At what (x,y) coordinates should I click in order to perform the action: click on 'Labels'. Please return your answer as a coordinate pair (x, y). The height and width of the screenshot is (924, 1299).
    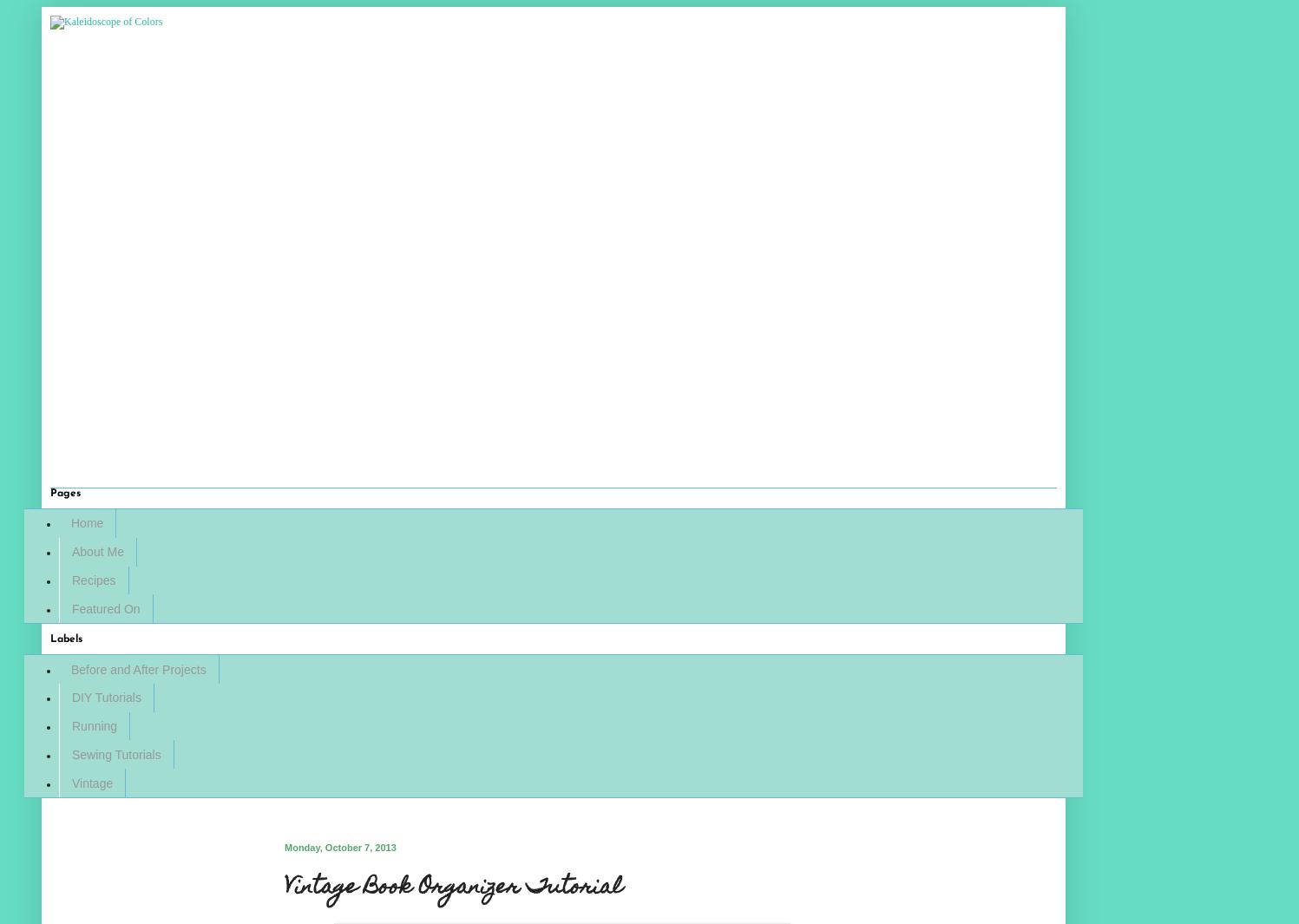
    Looking at the image, I should click on (66, 639).